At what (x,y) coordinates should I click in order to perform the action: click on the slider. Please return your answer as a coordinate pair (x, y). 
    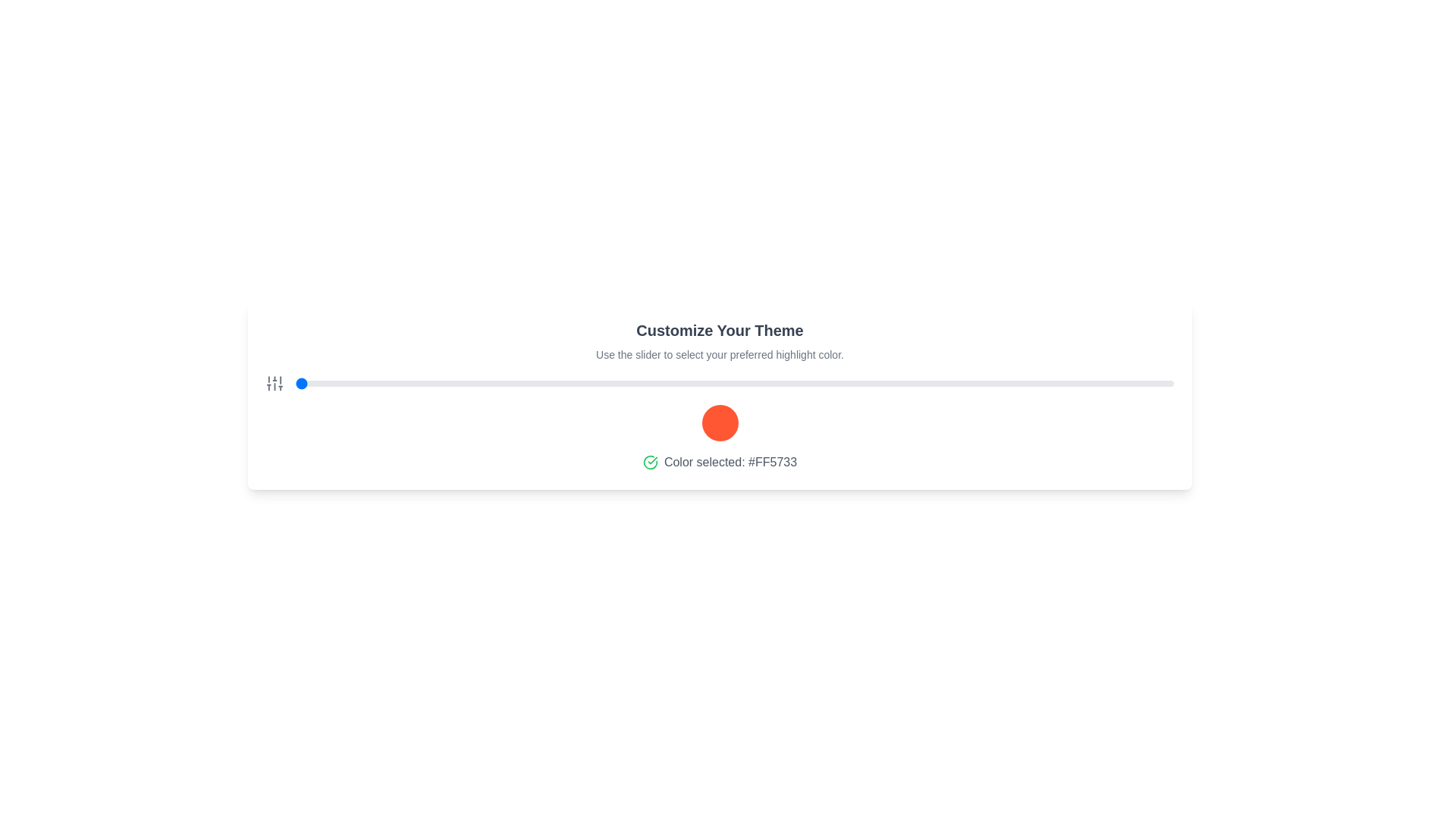
    Looking at the image, I should click on (475, 382).